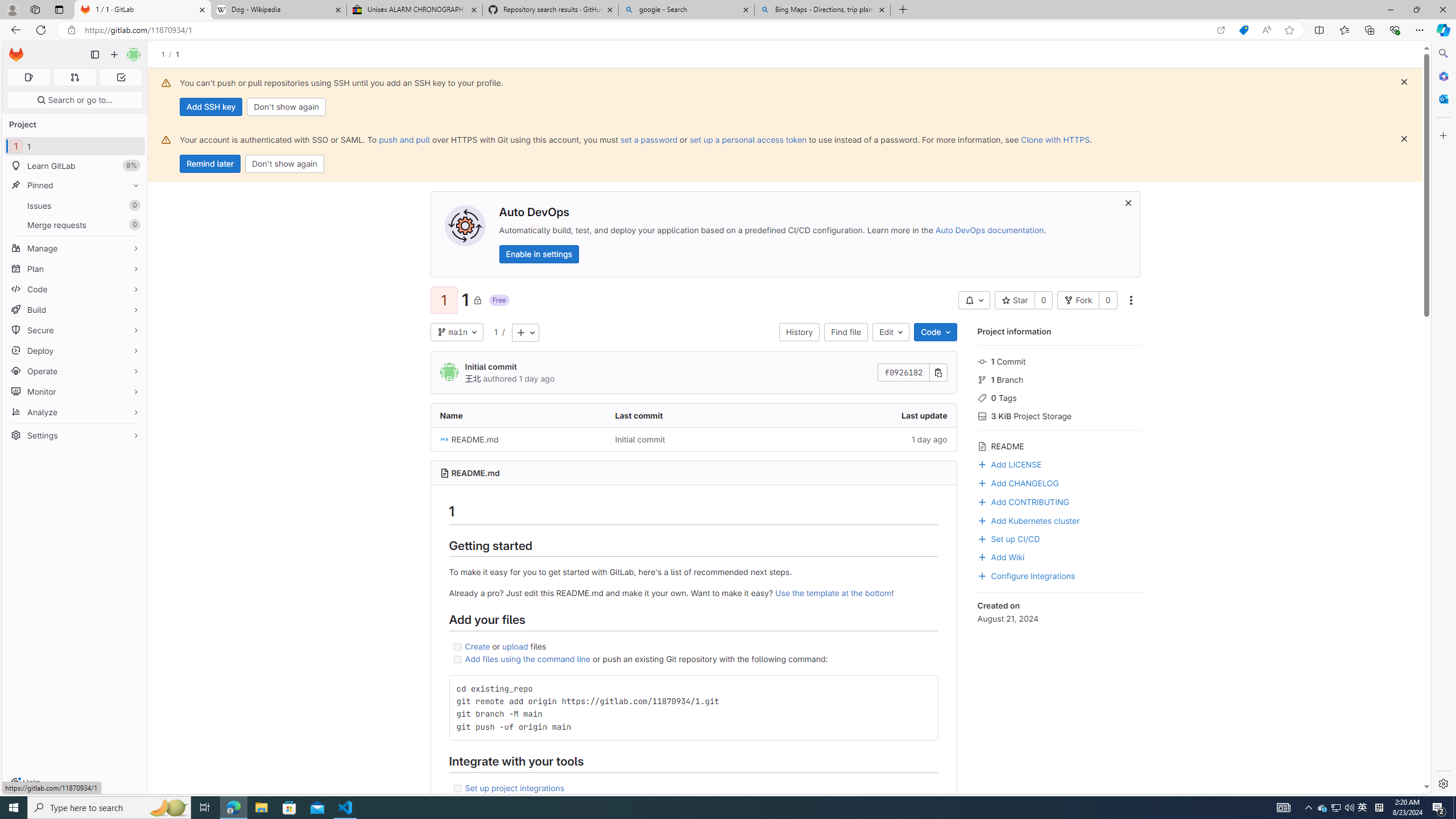 Image resolution: width=1456 pixels, height=819 pixels. What do you see at coordinates (1059, 379) in the screenshot?
I see `'1 Branch'` at bounding box center [1059, 379].